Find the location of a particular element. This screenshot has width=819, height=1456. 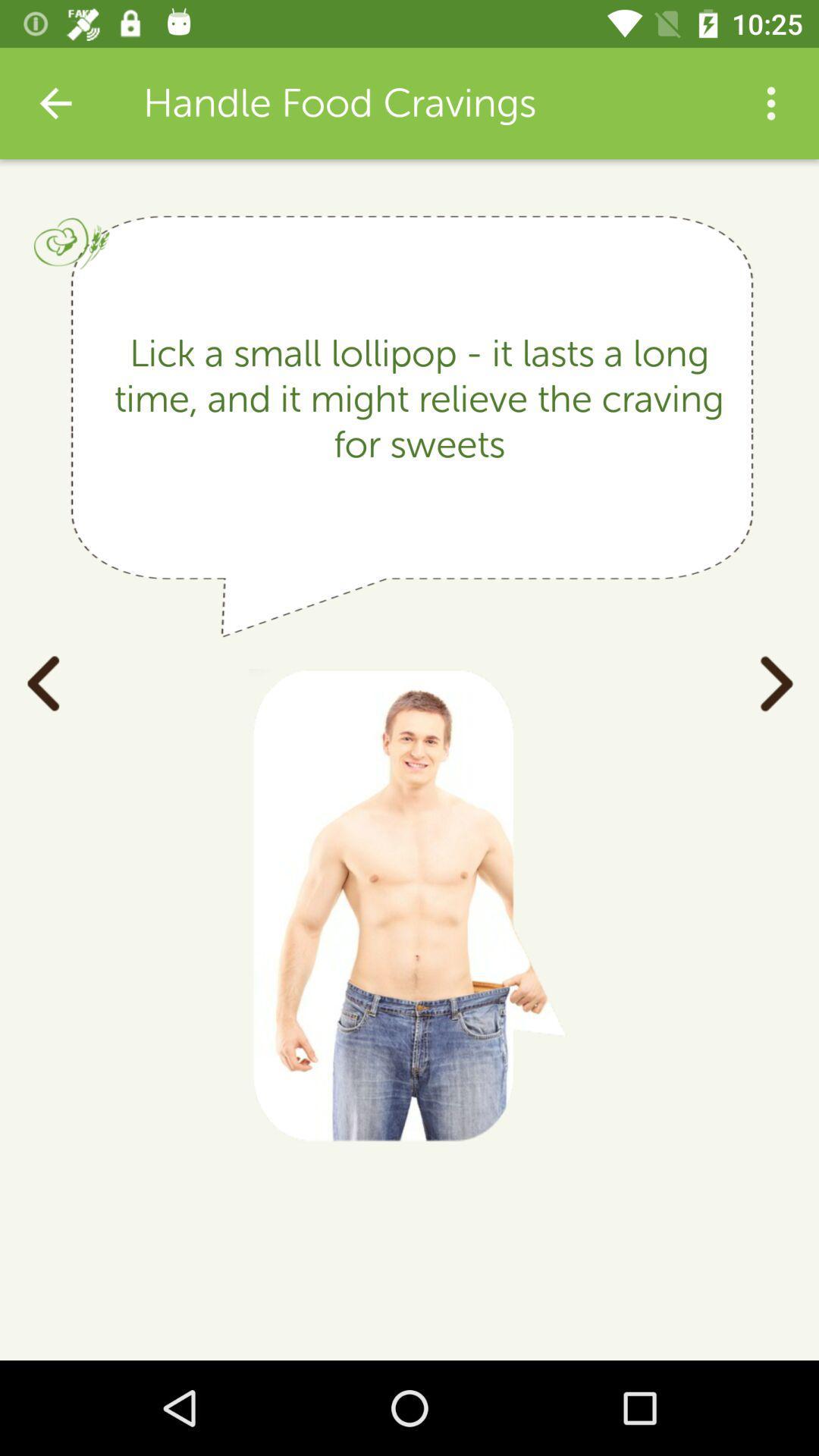

the item at the top right corner is located at coordinates (771, 102).